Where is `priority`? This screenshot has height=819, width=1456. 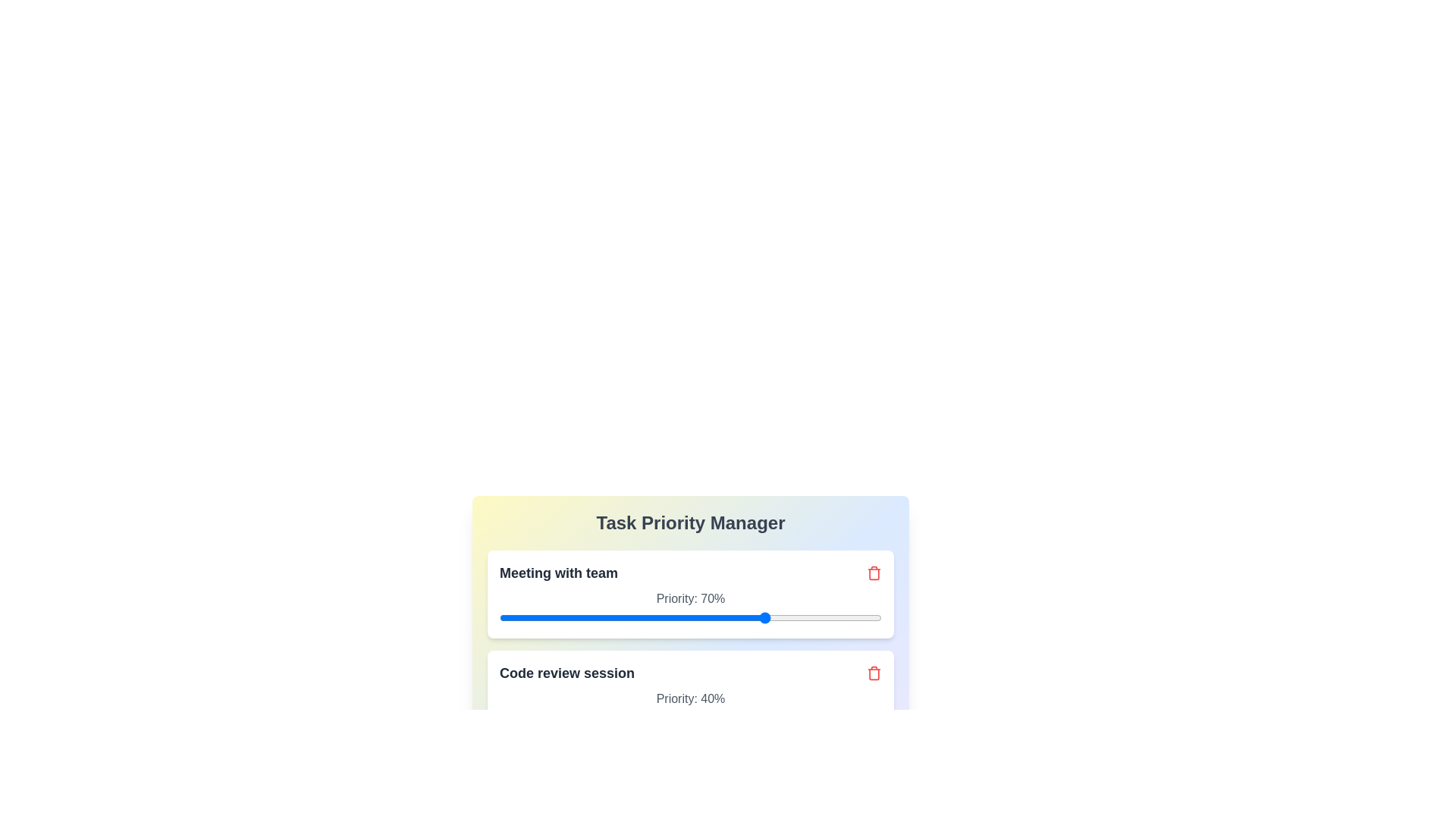 priority is located at coordinates (720, 617).